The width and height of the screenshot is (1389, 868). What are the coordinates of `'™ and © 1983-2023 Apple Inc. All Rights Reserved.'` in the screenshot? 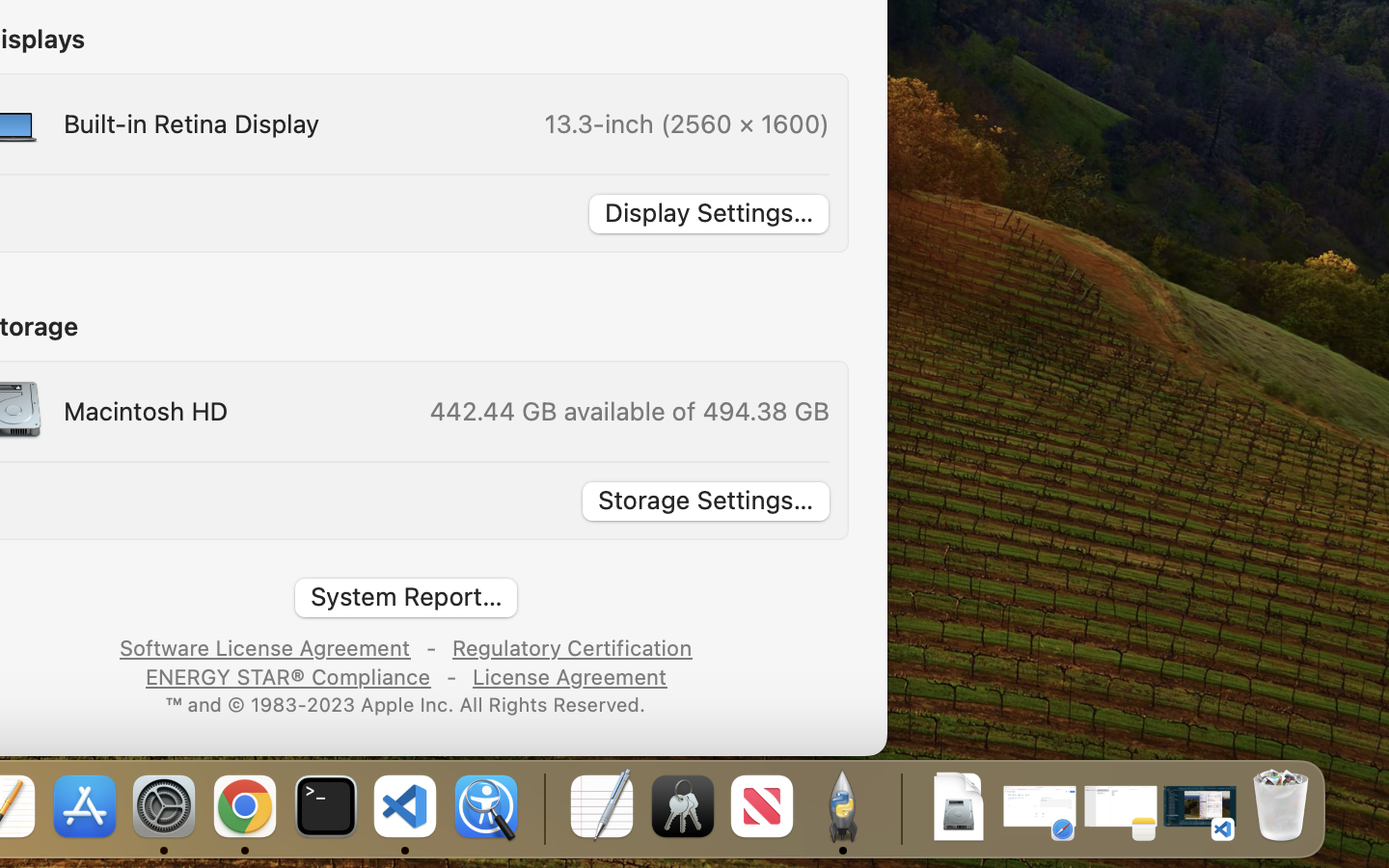 It's located at (406, 702).